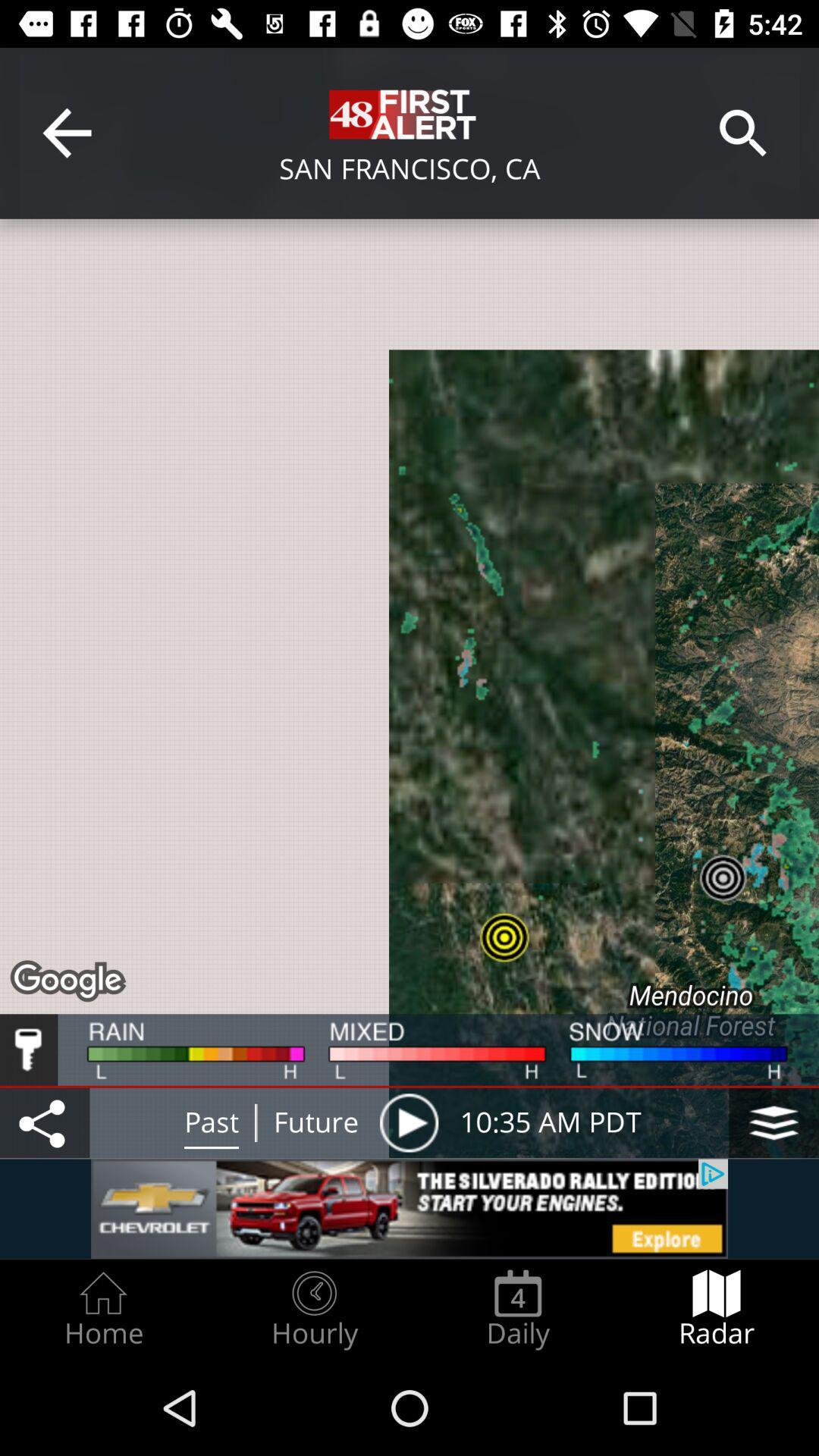  Describe the element at coordinates (773, 1122) in the screenshot. I see `expand button` at that location.